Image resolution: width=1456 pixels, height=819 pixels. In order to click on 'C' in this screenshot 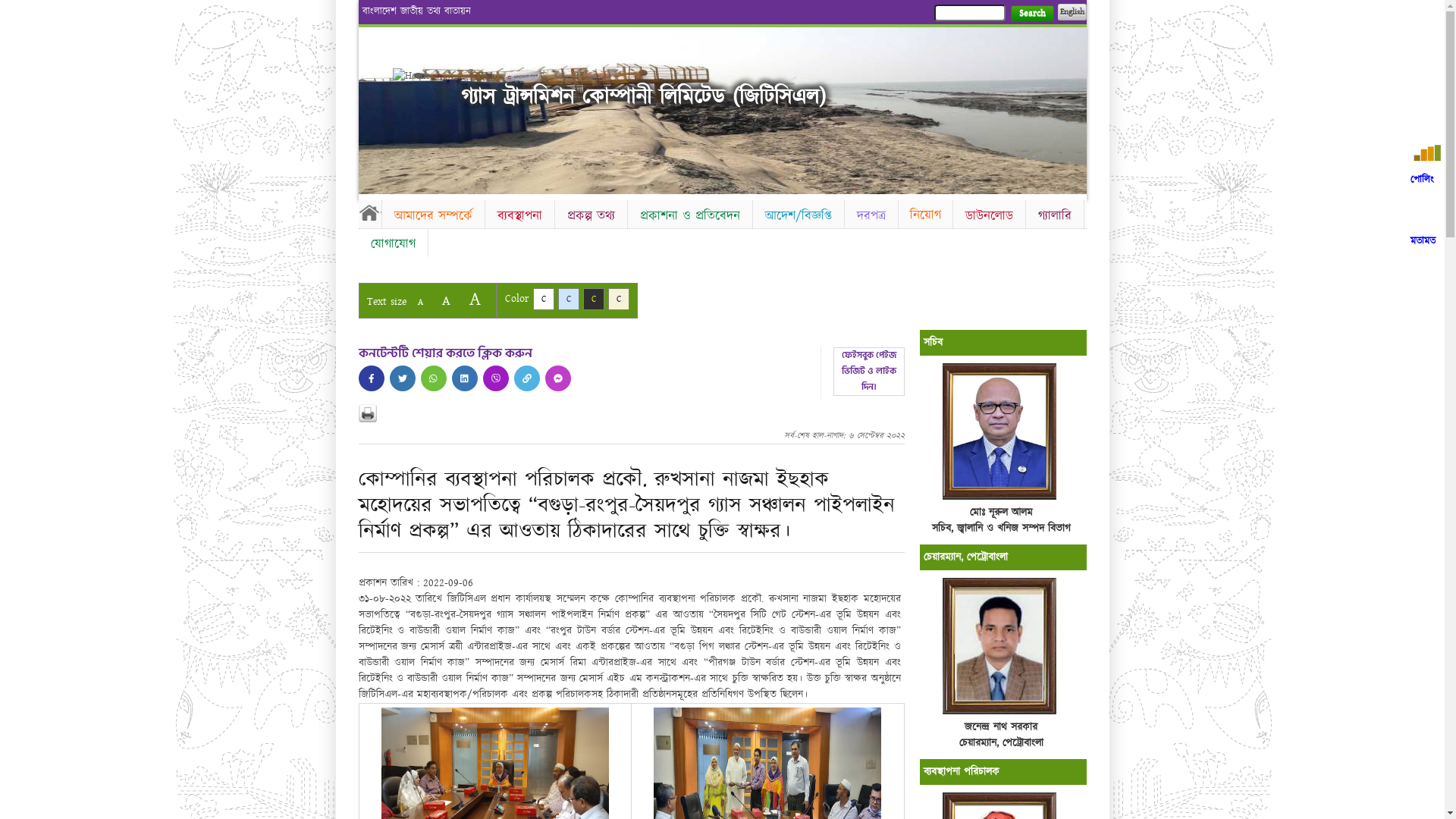, I will do `click(542, 299)`.